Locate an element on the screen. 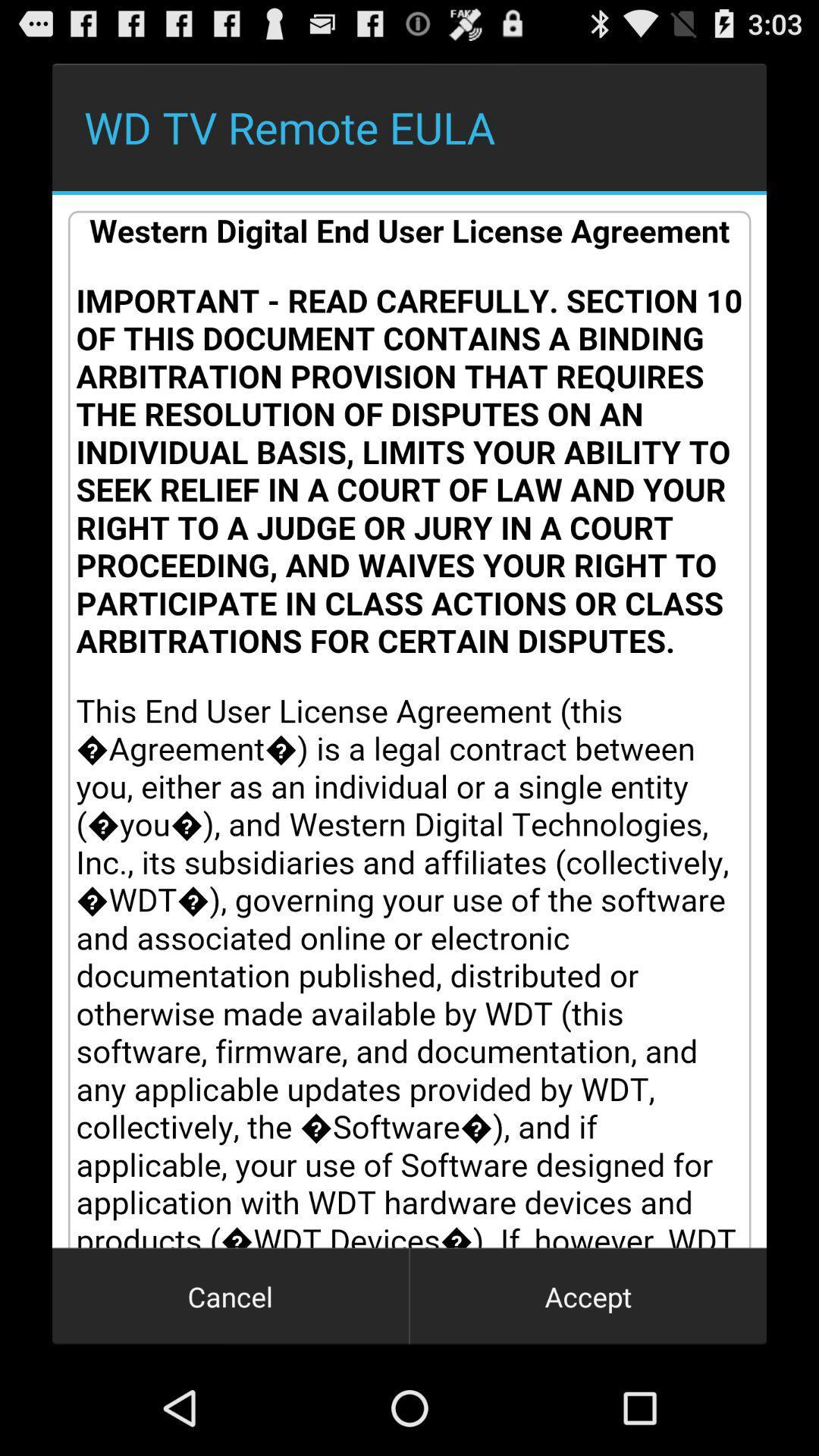 The width and height of the screenshot is (819, 1456). about wd tv remote is located at coordinates (409, 720).